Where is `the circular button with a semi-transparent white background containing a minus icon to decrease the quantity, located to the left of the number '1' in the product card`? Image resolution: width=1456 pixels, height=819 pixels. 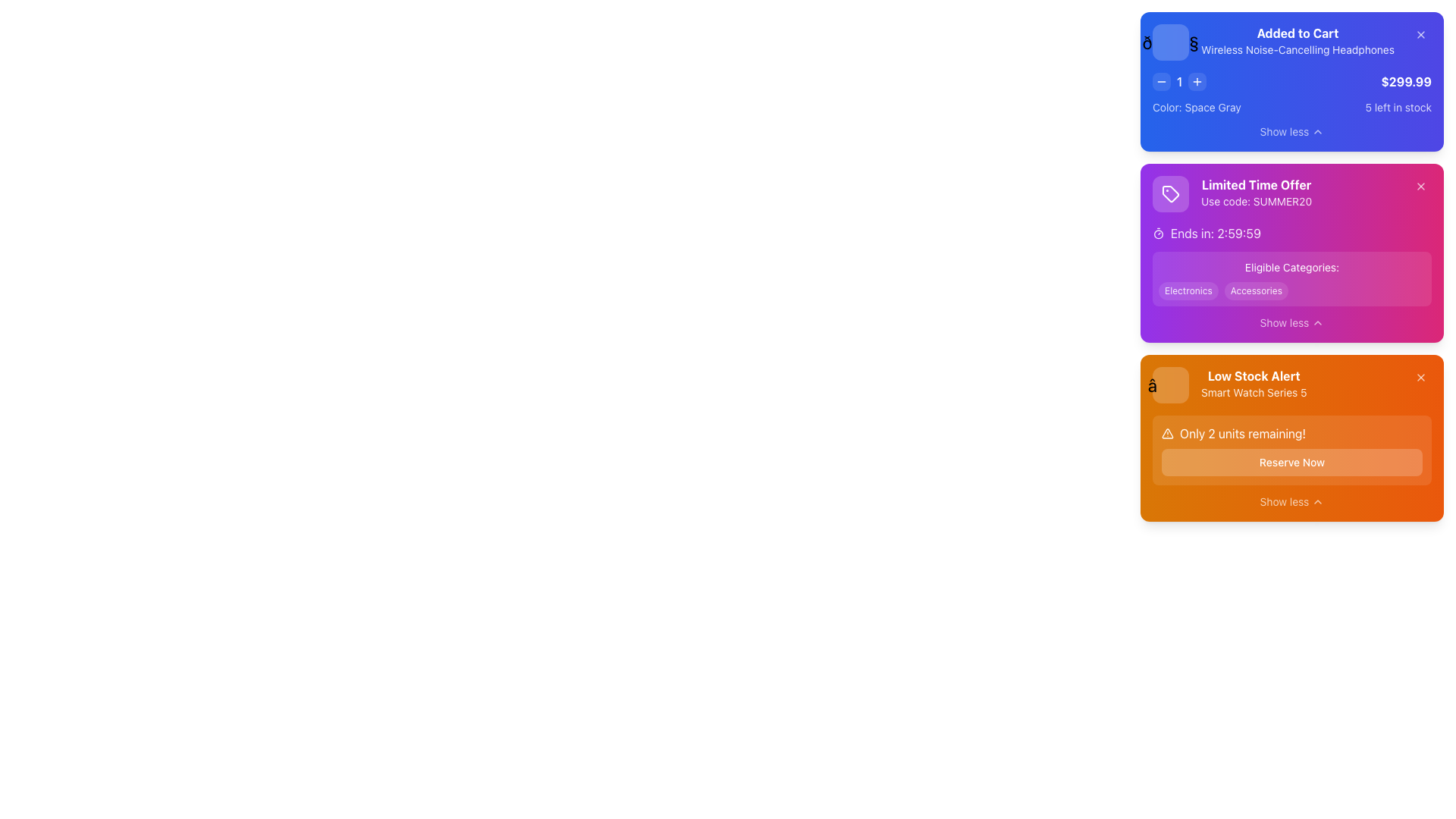 the circular button with a semi-transparent white background containing a minus icon to decrease the quantity, located to the left of the number '1' in the product card is located at coordinates (1160, 82).